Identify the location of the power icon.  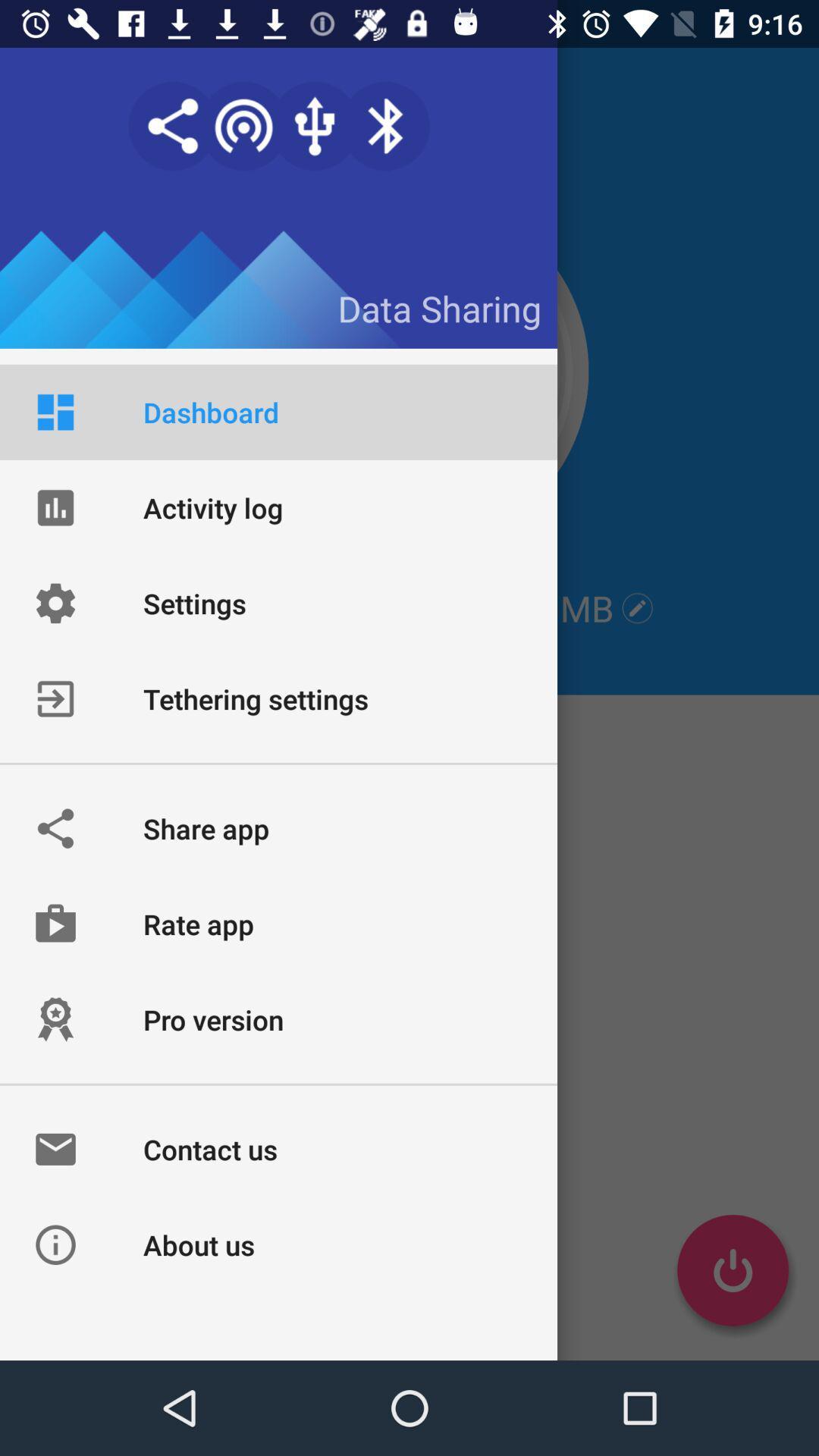
(732, 1270).